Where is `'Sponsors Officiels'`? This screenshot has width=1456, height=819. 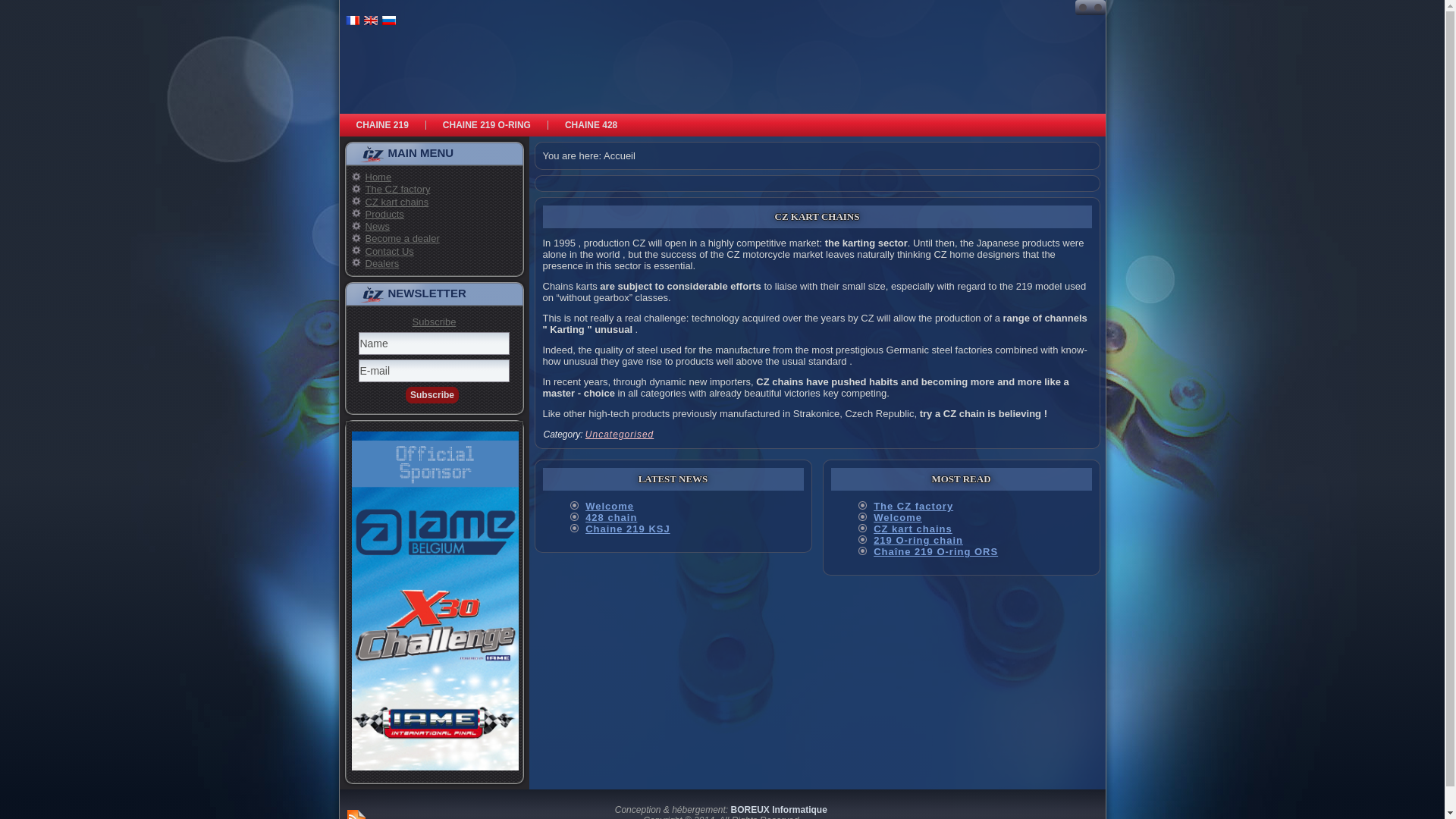
'Sponsors Officiels' is located at coordinates (351, 600).